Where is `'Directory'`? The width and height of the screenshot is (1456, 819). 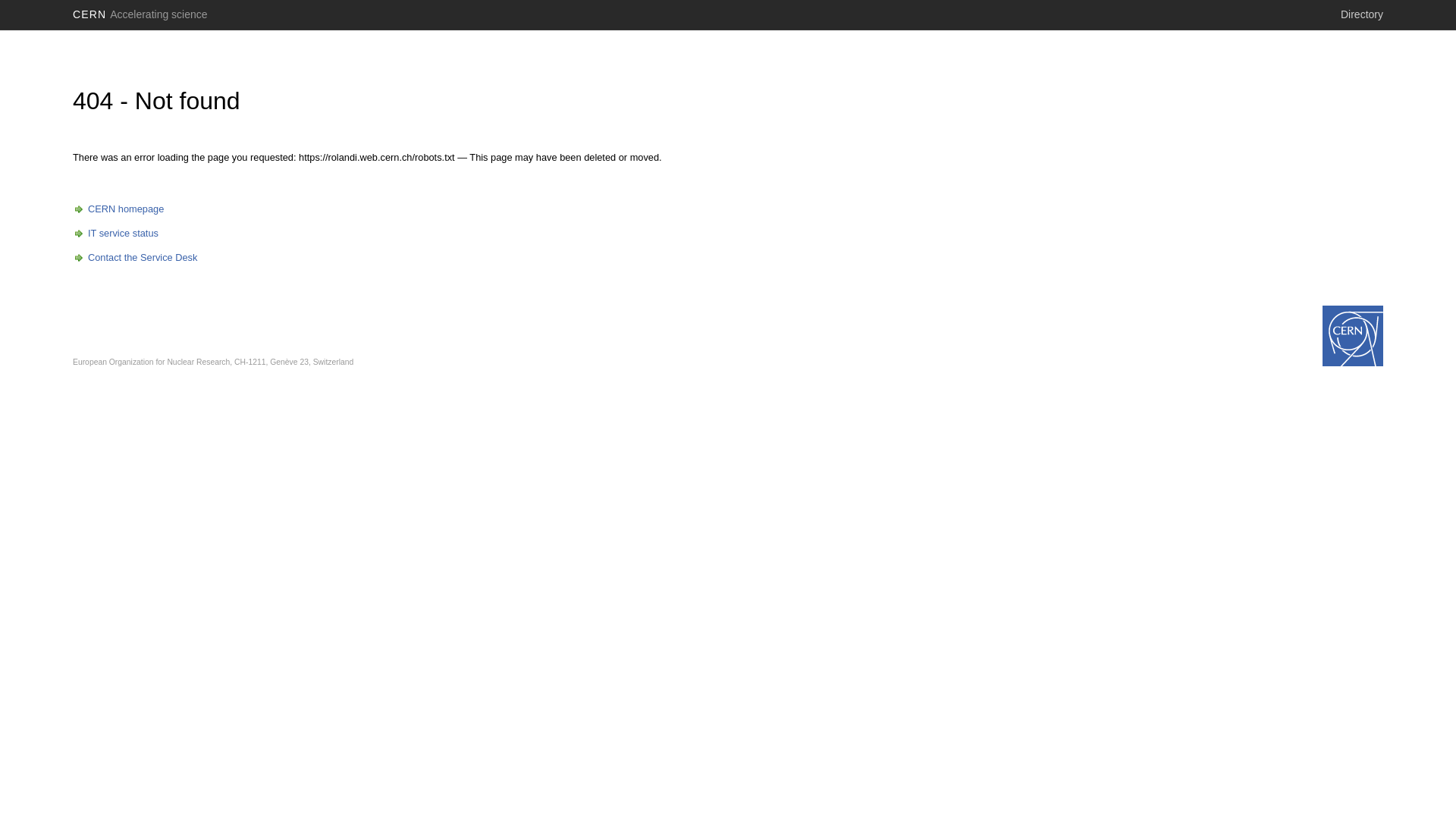
'Directory' is located at coordinates (1361, 14).